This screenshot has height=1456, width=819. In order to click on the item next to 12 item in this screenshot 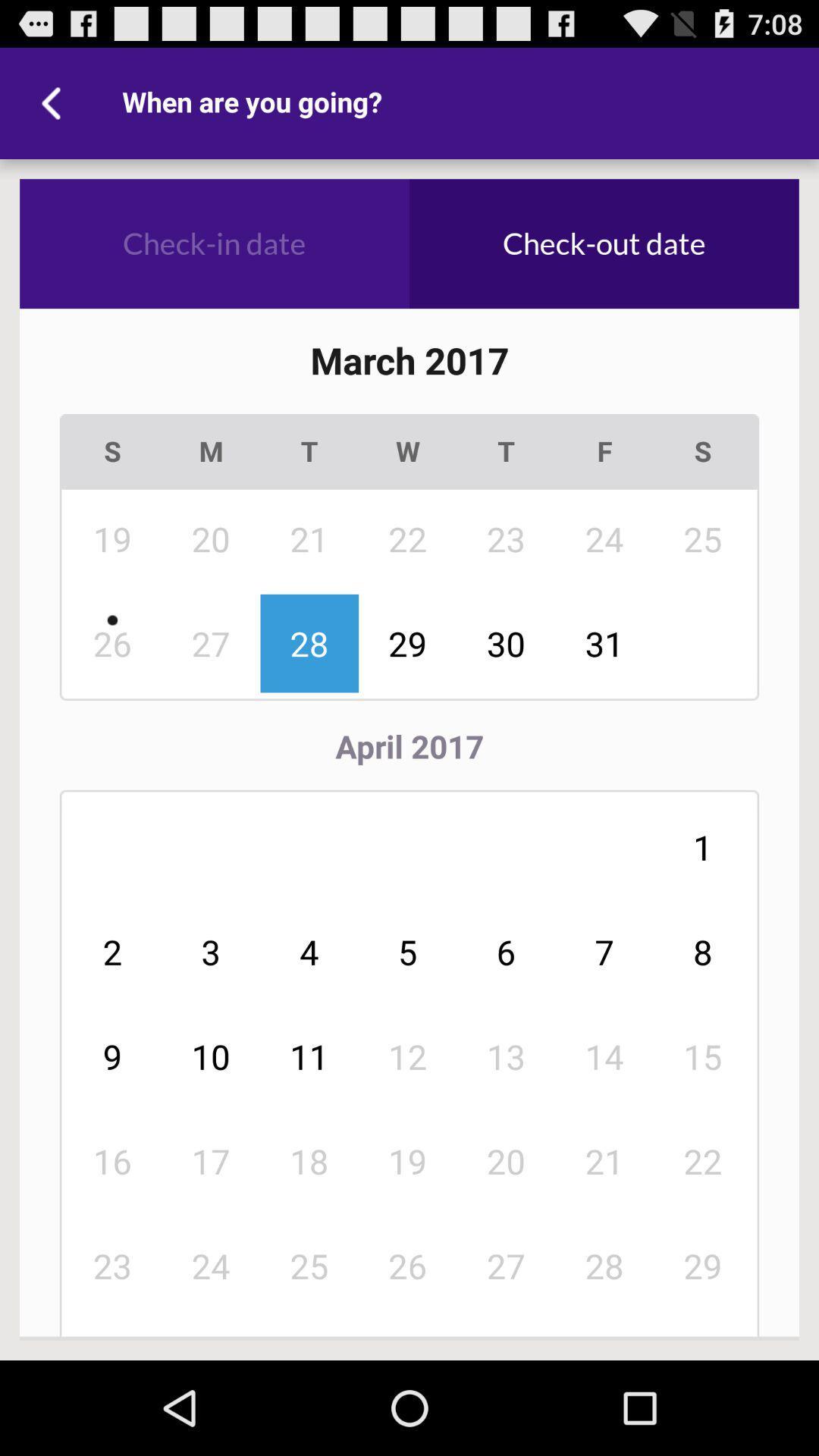, I will do `click(309, 1160)`.